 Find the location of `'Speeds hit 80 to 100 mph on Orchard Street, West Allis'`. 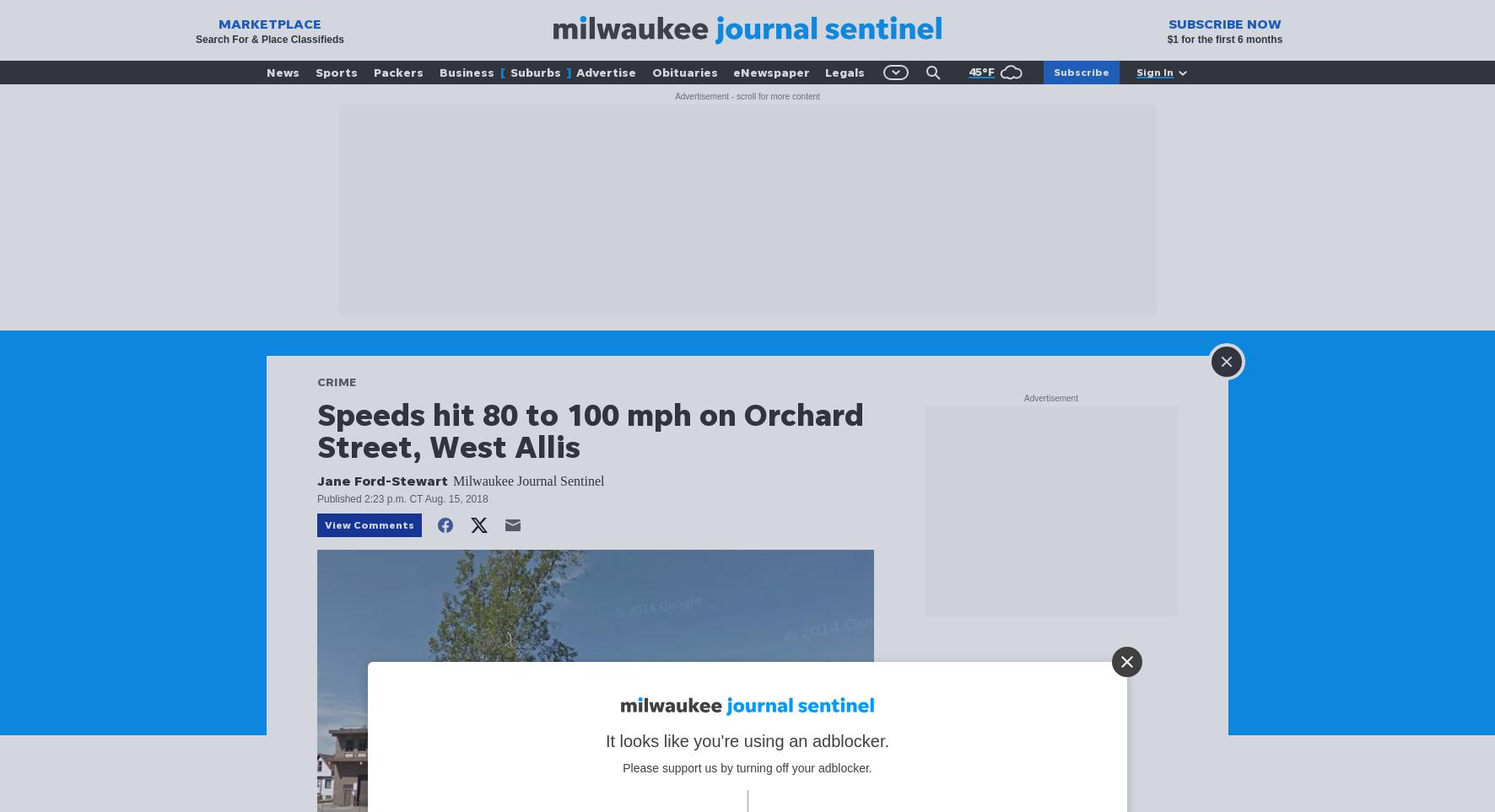

'Speeds hit 80 to 100 mph on Orchard Street, West Allis' is located at coordinates (317, 430).